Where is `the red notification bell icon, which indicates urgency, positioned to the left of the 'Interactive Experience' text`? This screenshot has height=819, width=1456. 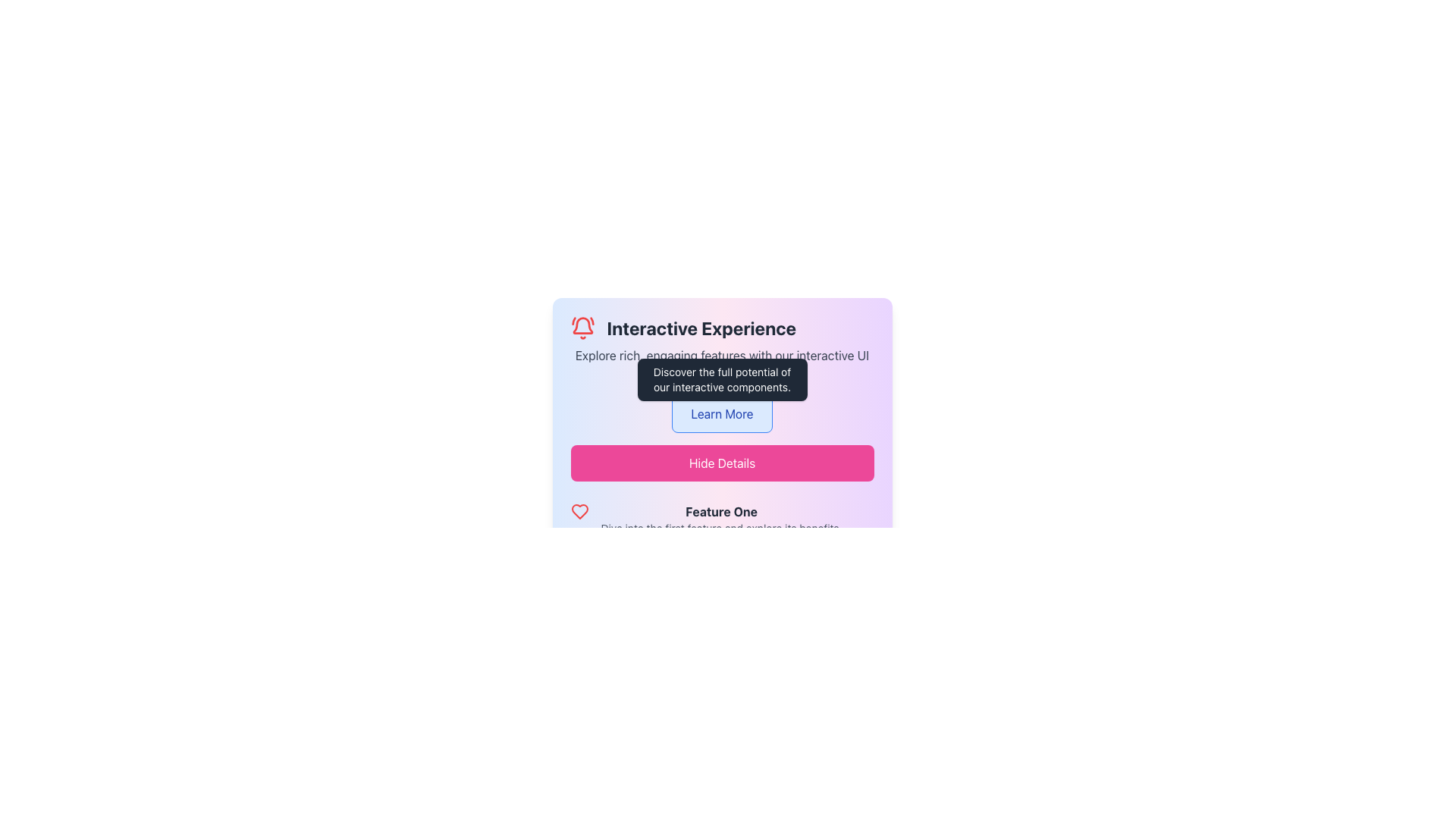
the red notification bell icon, which indicates urgency, positioned to the left of the 'Interactive Experience' text is located at coordinates (582, 327).